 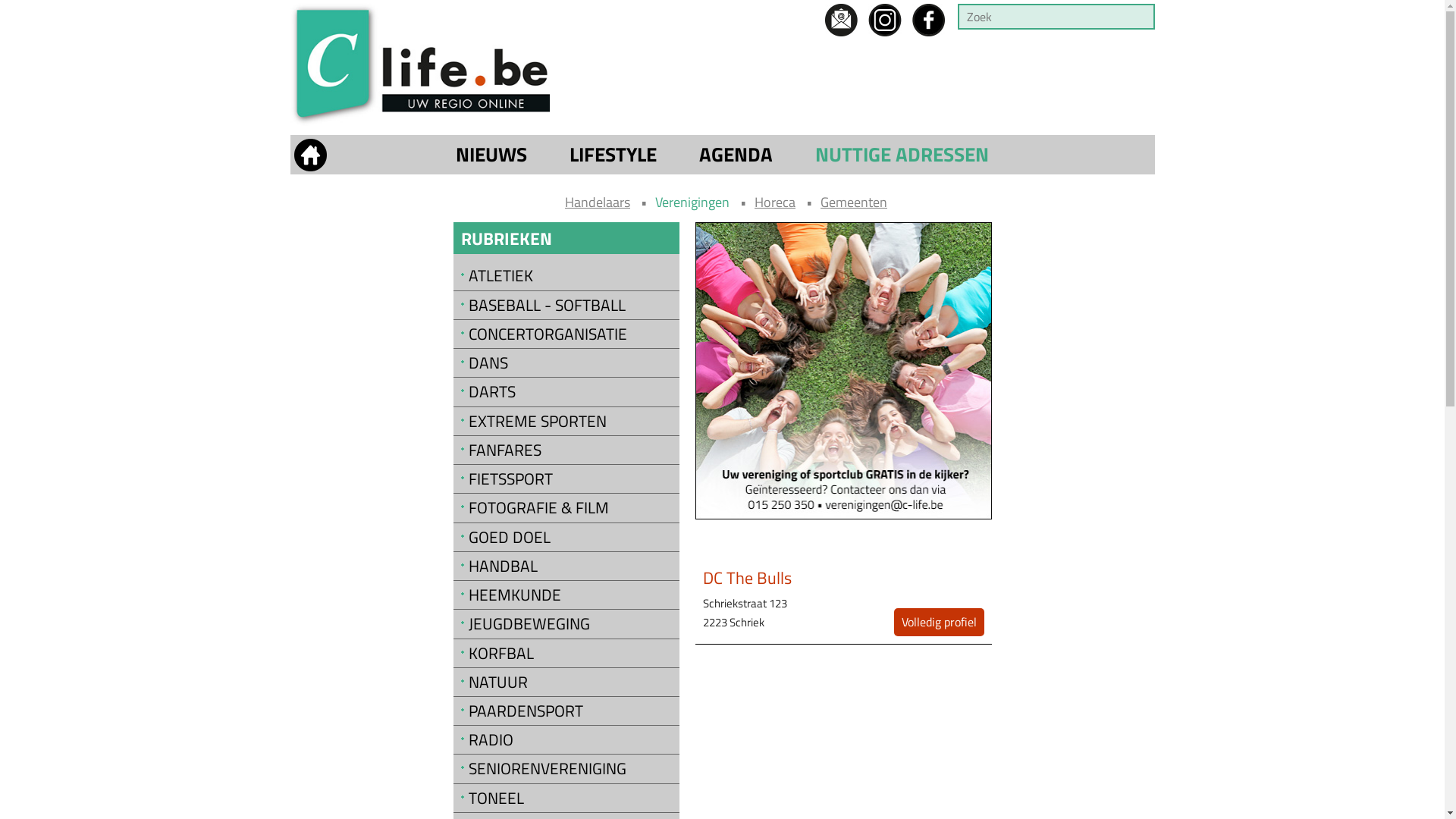 I want to click on 'ATLETIEK', so click(x=460, y=275).